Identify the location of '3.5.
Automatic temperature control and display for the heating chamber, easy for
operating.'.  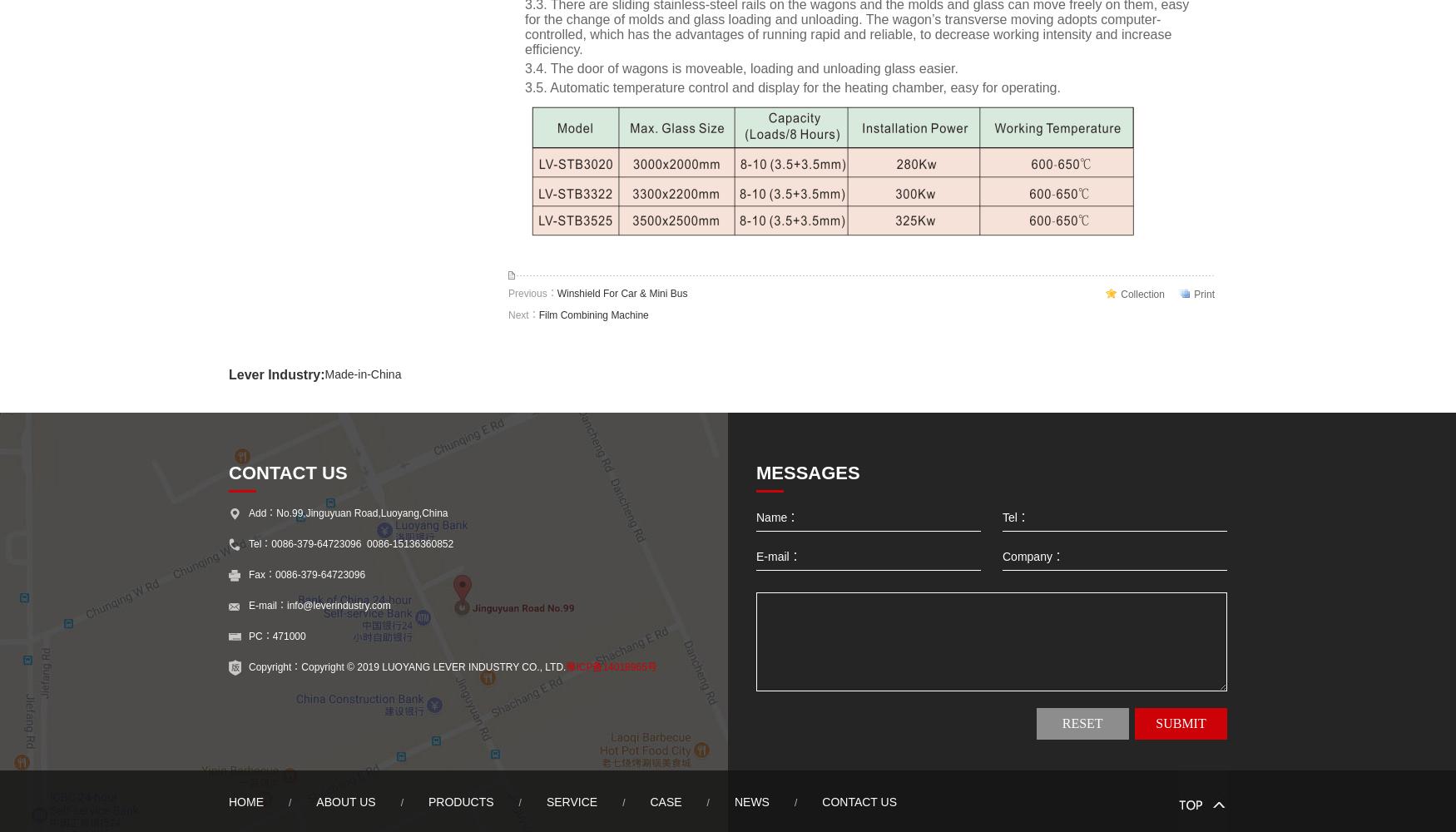
(792, 87).